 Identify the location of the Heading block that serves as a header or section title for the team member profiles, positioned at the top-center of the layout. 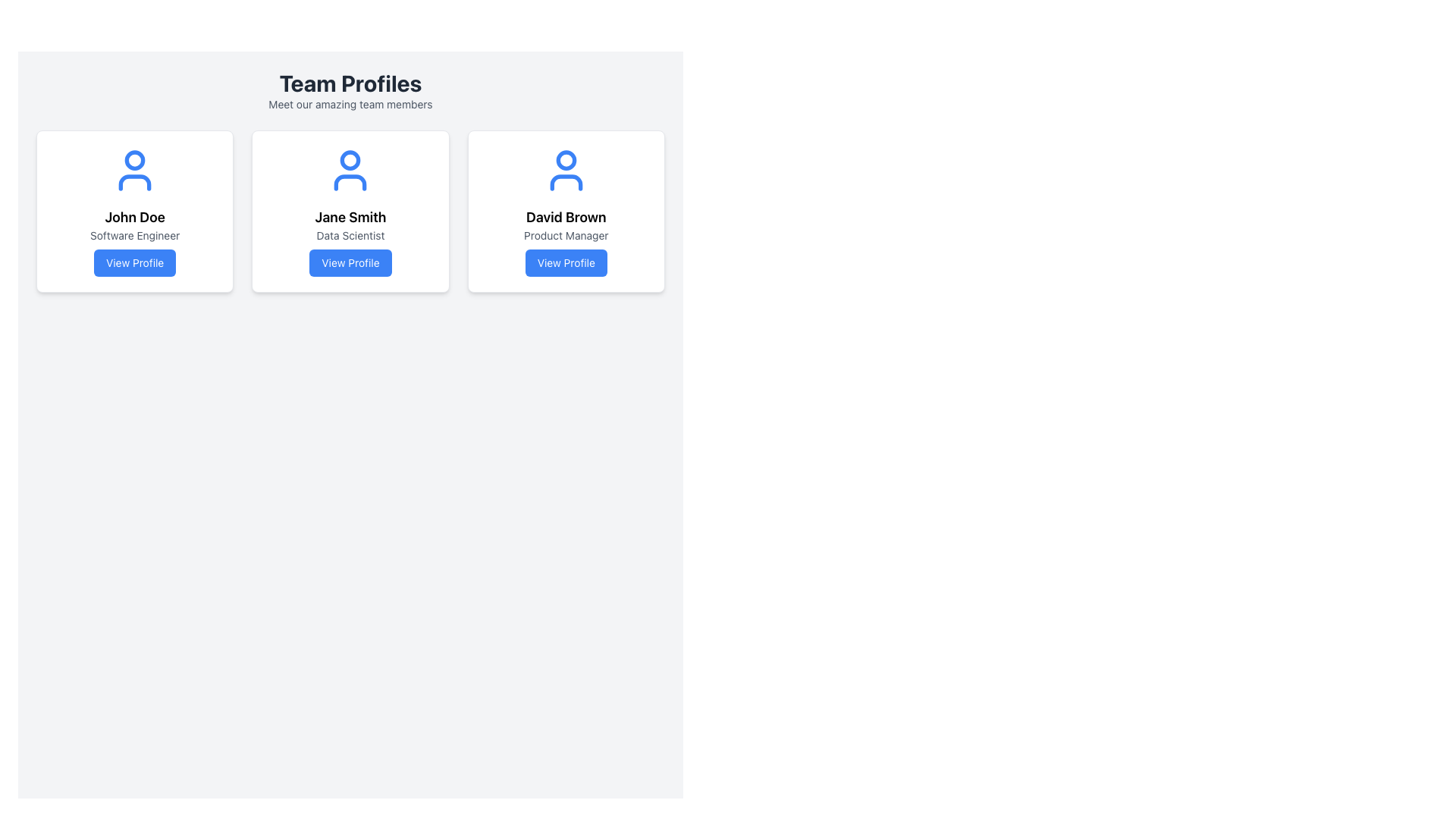
(350, 90).